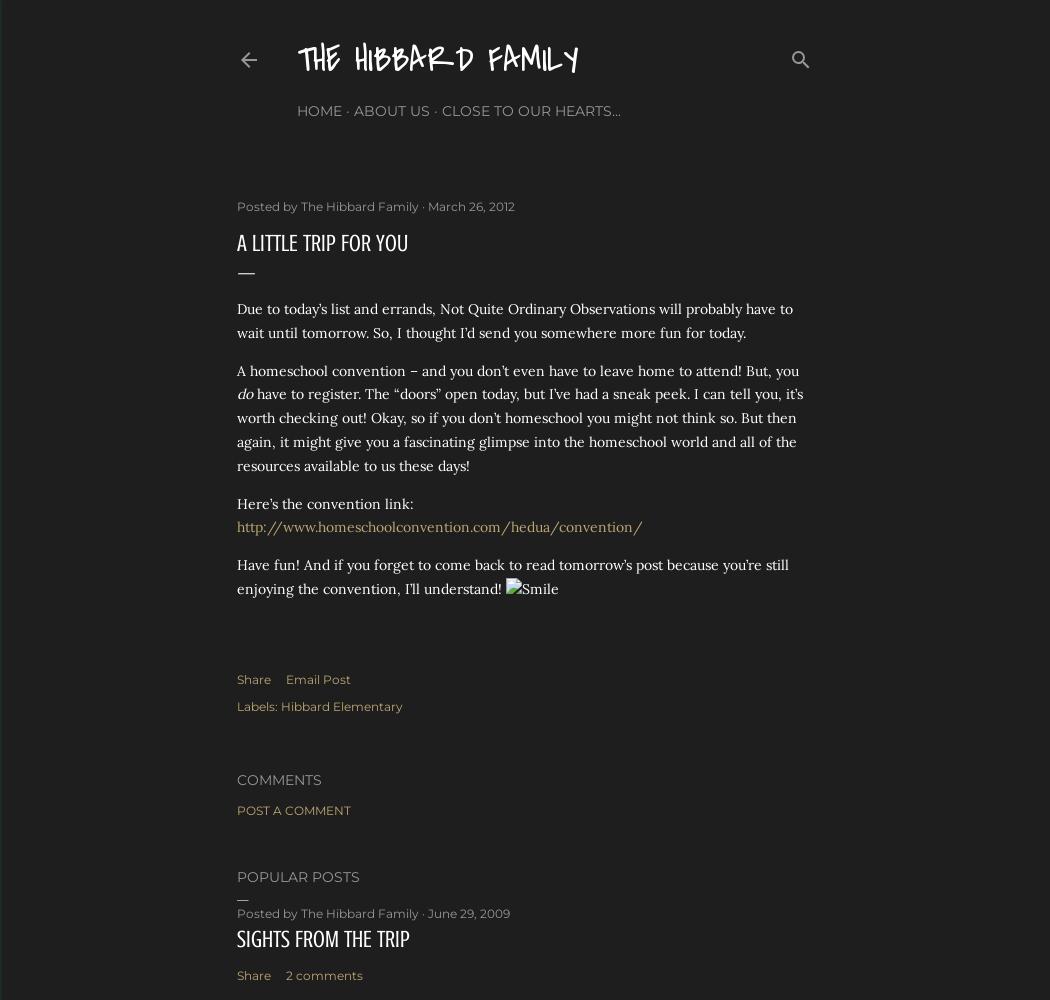  What do you see at coordinates (322, 242) in the screenshot?
I see `'A Little Trip for You'` at bounding box center [322, 242].